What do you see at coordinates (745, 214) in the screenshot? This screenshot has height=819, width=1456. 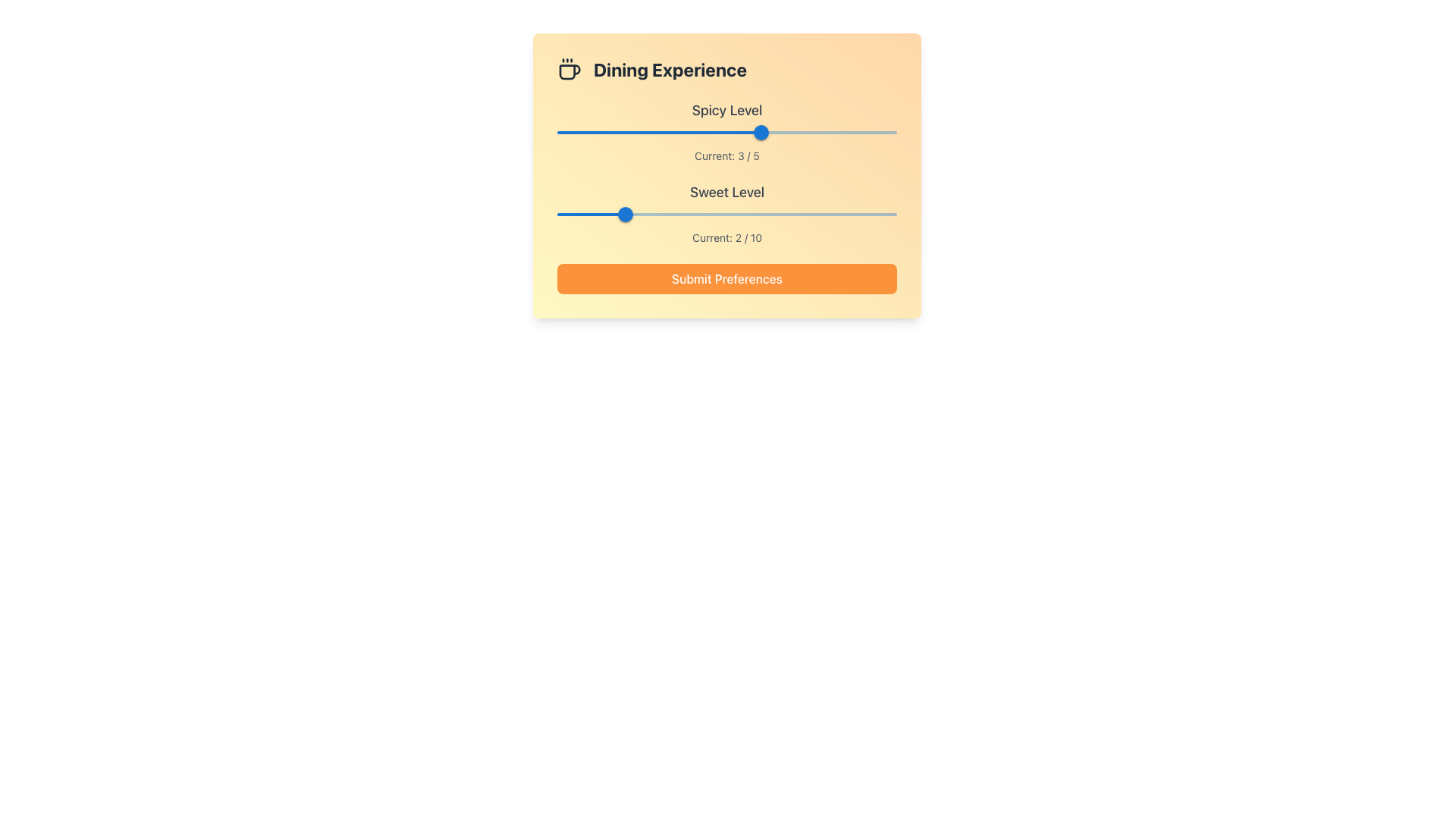 I see `the sweet level` at bounding box center [745, 214].